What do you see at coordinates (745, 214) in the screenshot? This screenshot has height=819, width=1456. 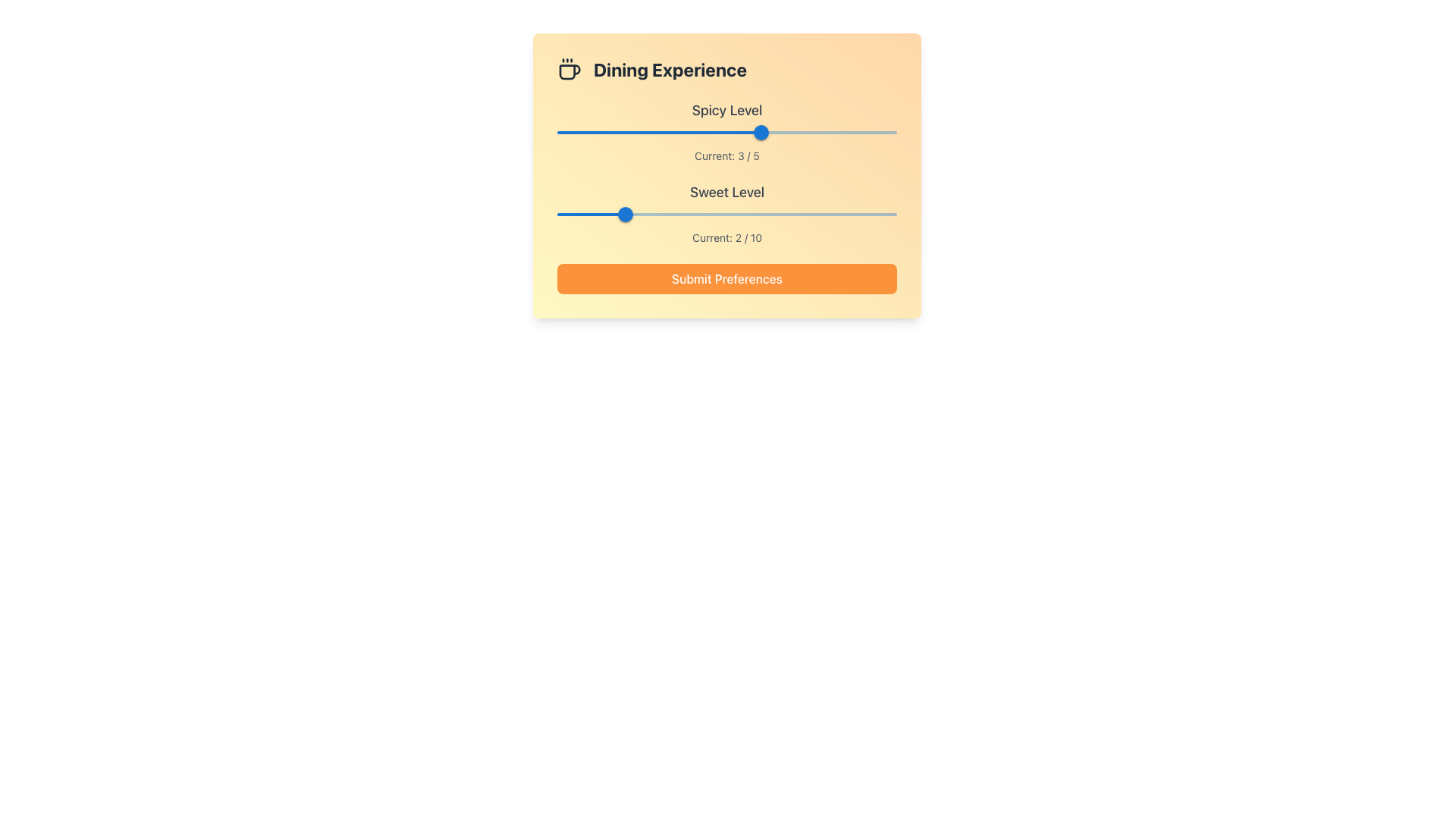 I see `the sweet level` at bounding box center [745, 214].